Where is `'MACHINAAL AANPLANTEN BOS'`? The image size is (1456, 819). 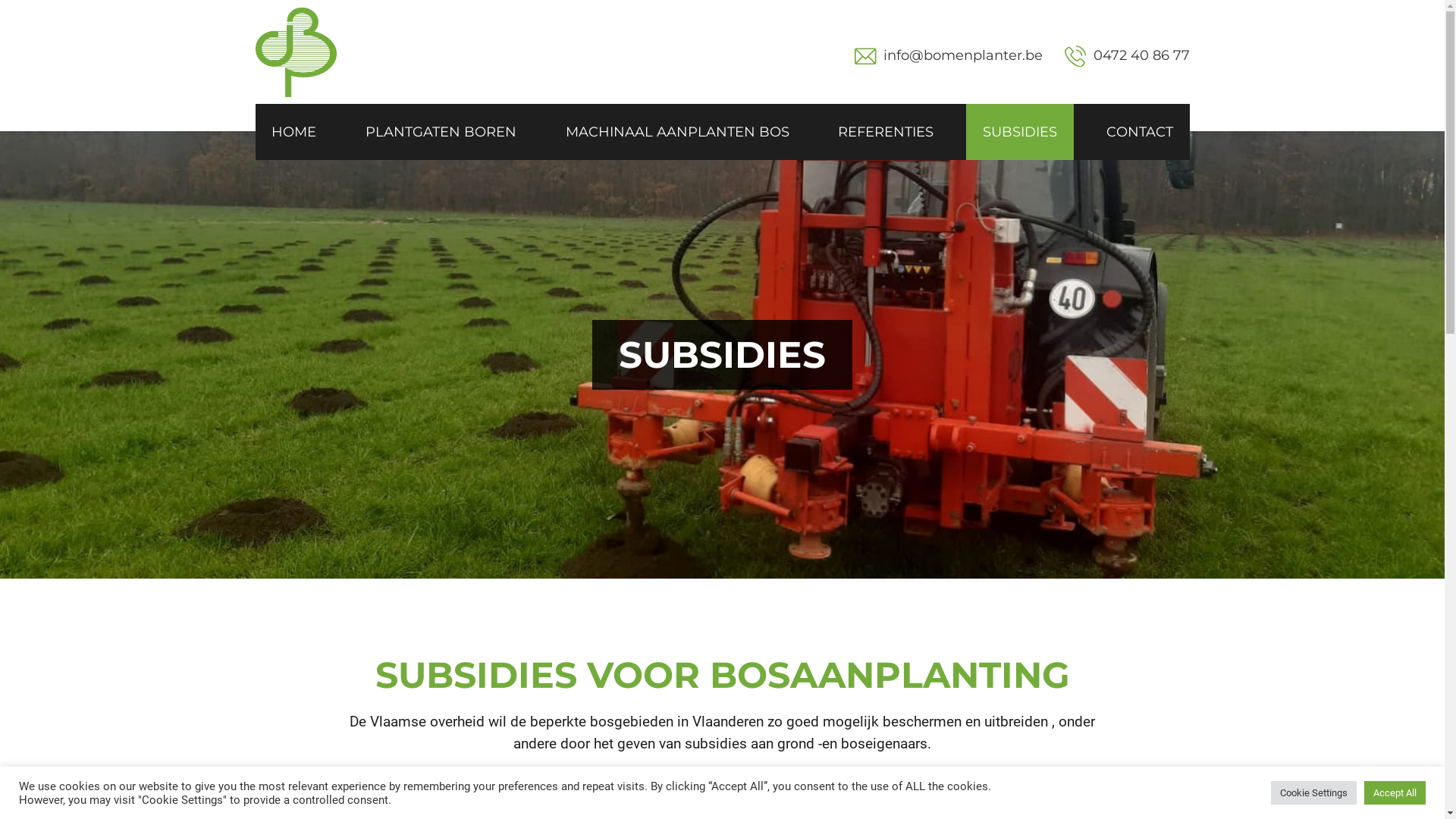
'MACHINAAL AANPLANTEN BOS' is located at coordinates (676, 130).